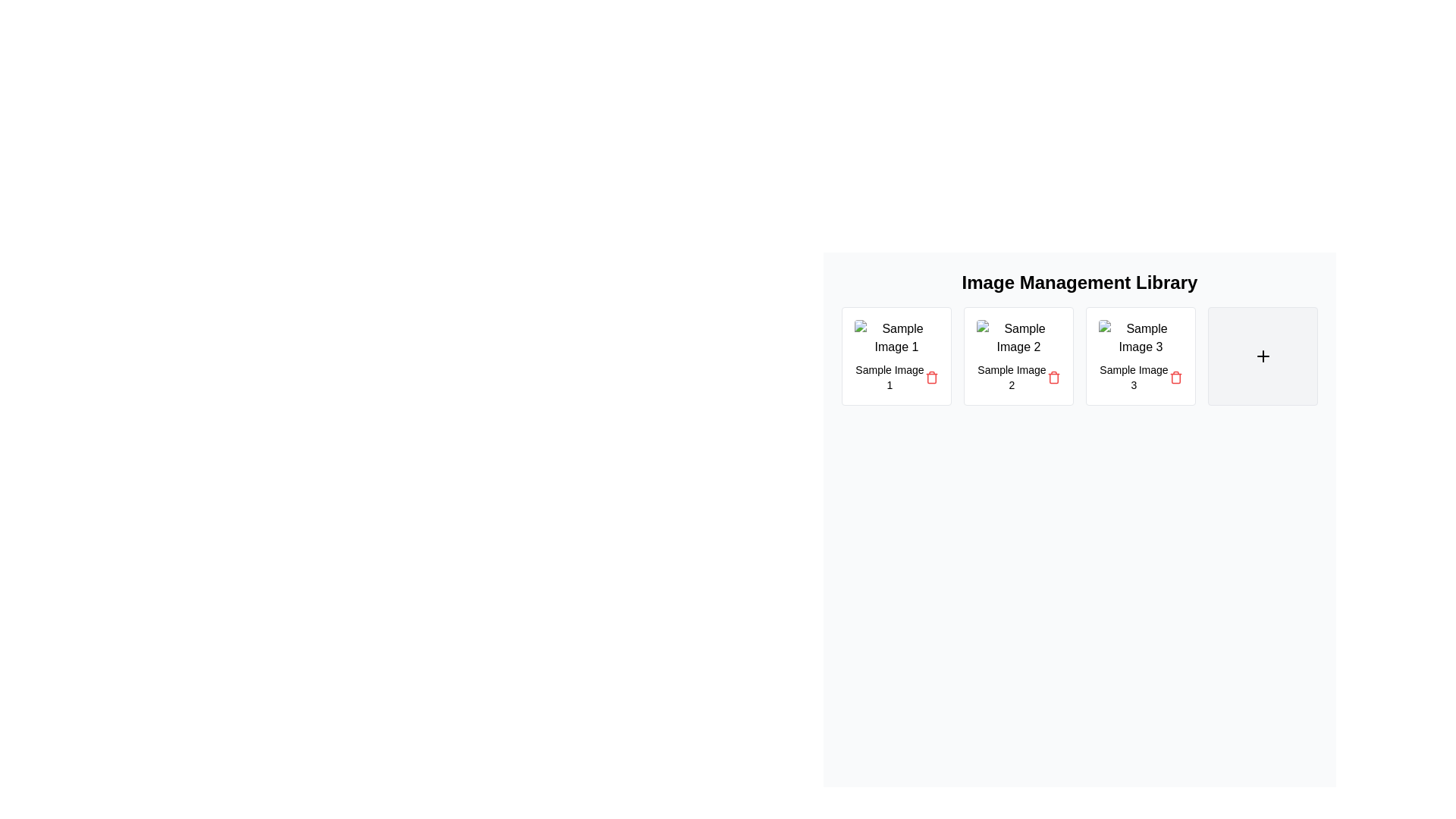 The image size is (1456, 819). I want to click on the delete button located to the right of the item labeled 'Sample Image 3', so click(1175, 376).